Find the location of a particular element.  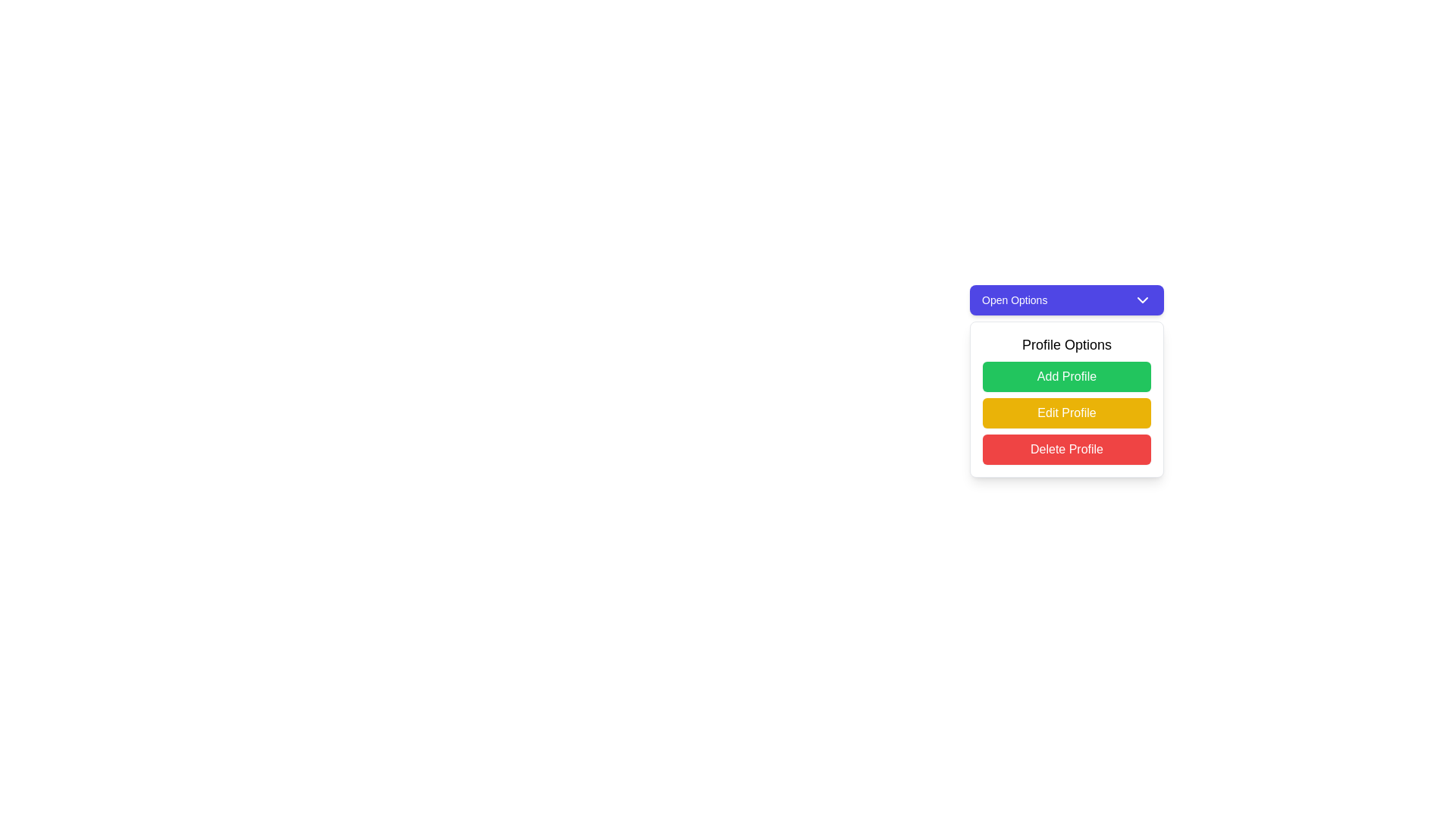

the green 'Add Profile' button located below the 'Profile Options' heading in the dropdown menu is located at coordinates (1065, 376).